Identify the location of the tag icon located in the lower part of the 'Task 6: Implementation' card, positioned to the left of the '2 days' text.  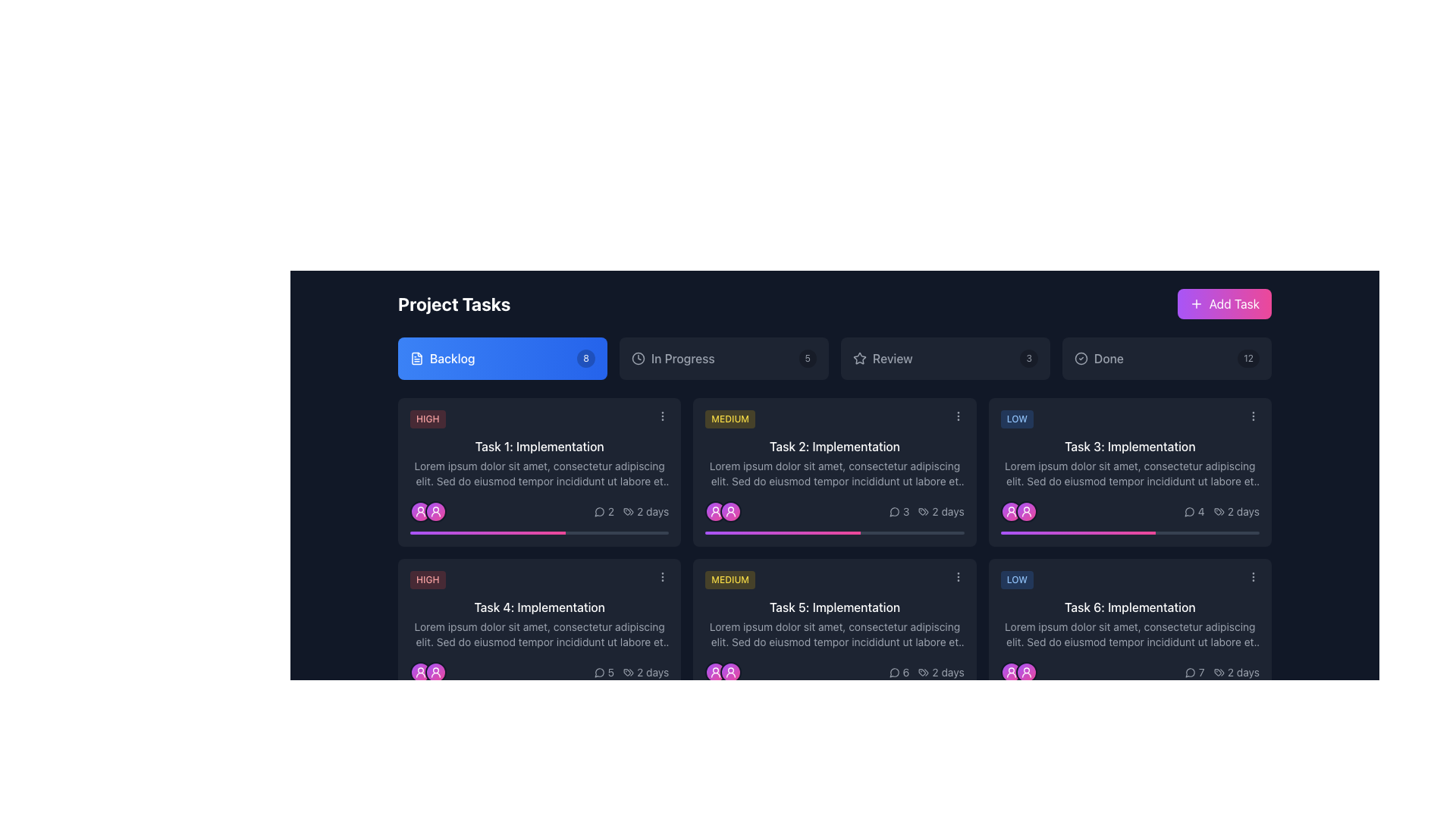
(1219, 672).